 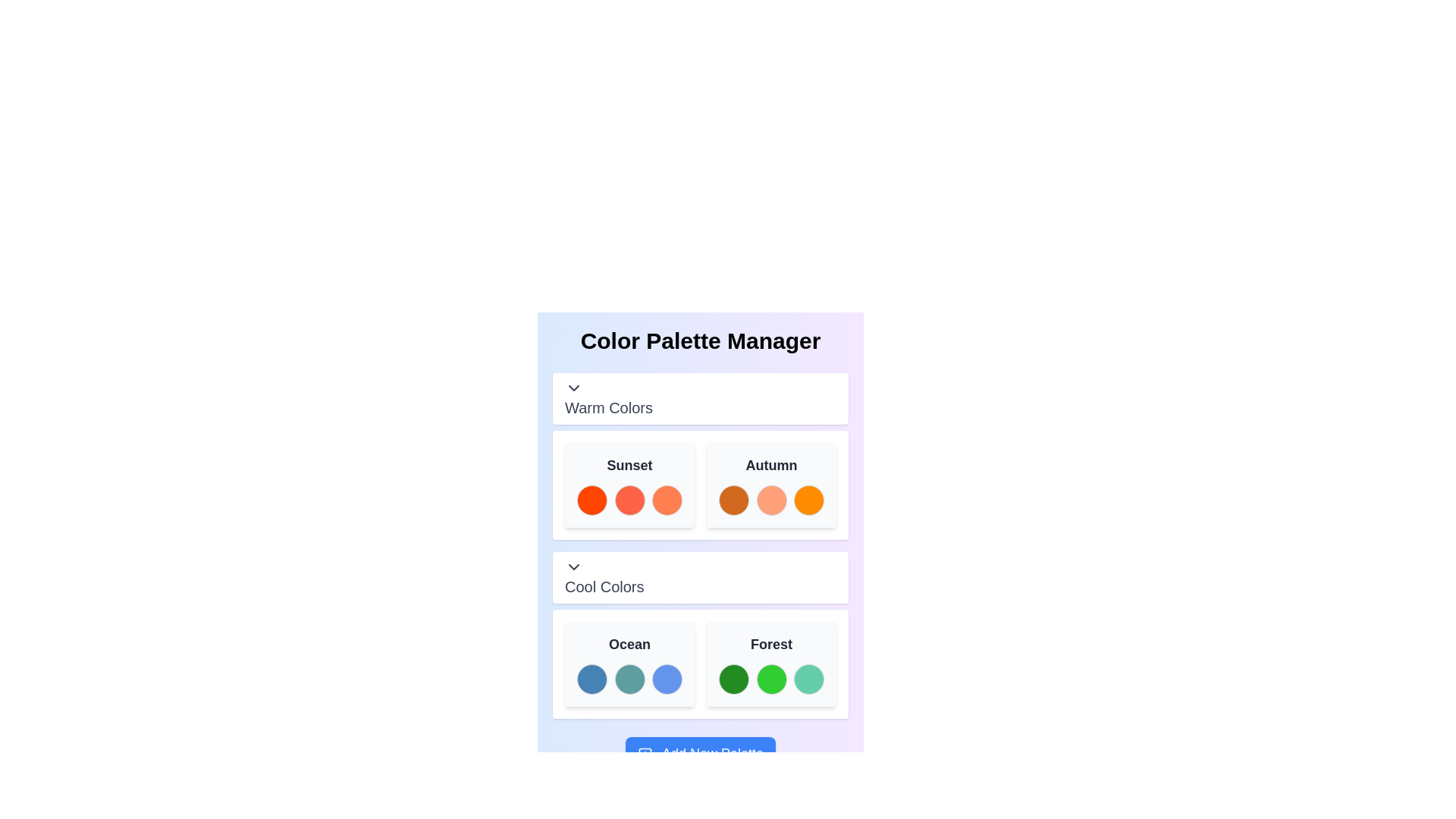 What do you see at coordinates (629, 644) in the screenshot?
I see `the 'Ocean' color palette label, which is the title of the card in the 'Cool Colors' section located at the top-left of the section` at bounding box center [629, 644].